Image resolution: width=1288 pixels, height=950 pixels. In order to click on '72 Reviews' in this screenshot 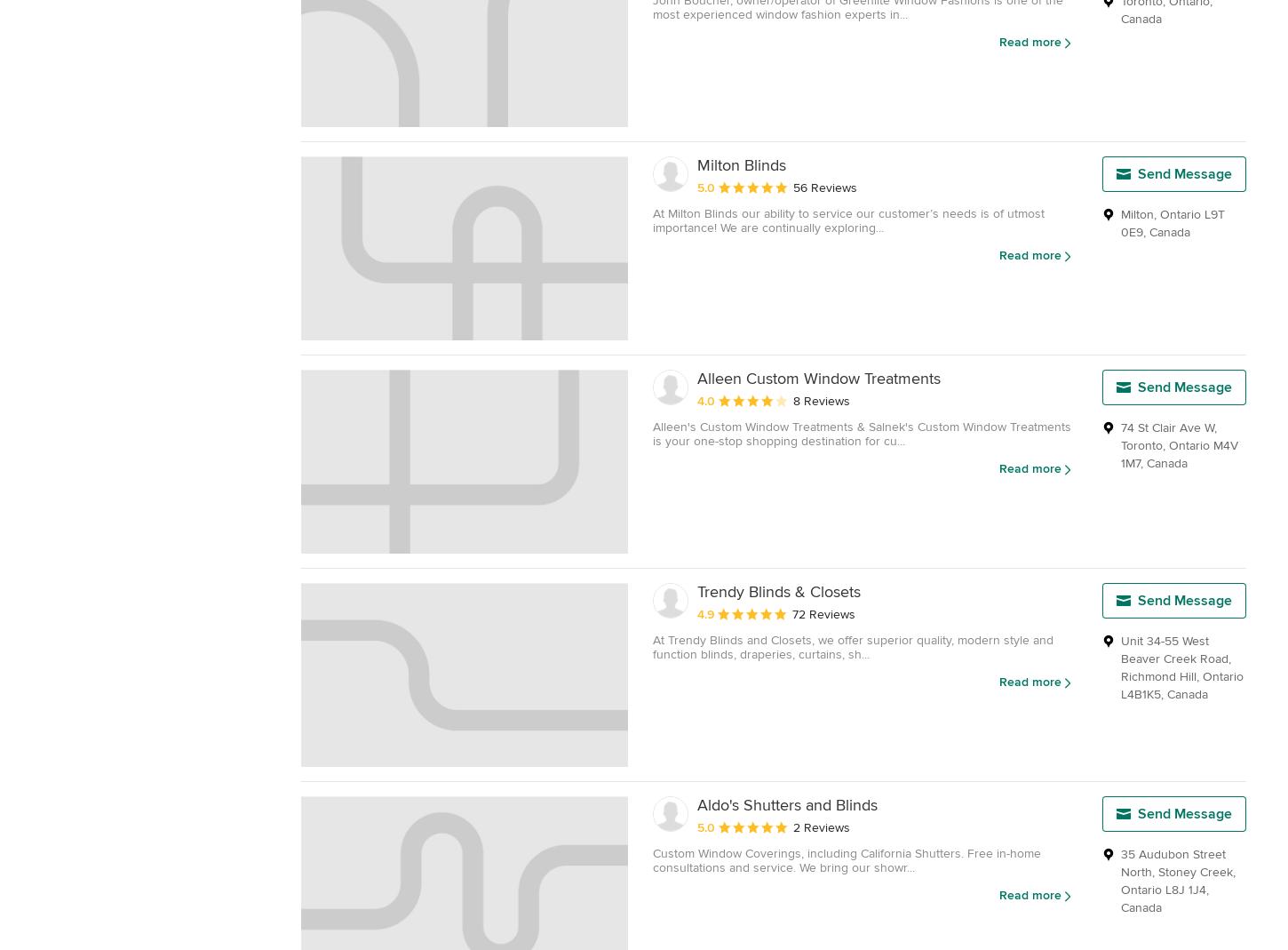, I will do `click(791, 612)`.